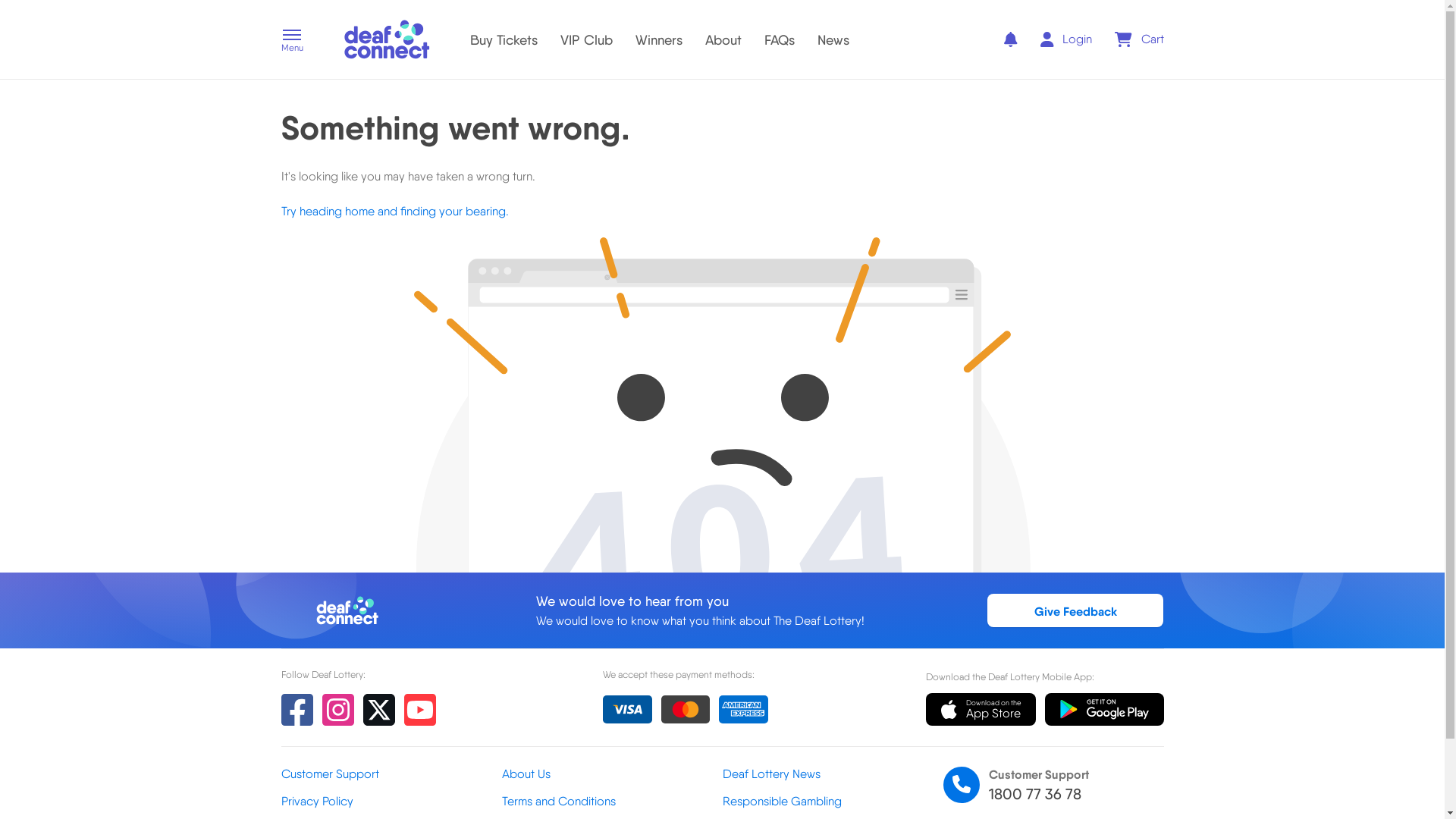 This screenshot has width=1456, height=819. I want to click on 'Give Feedback', so click(1075, 610).